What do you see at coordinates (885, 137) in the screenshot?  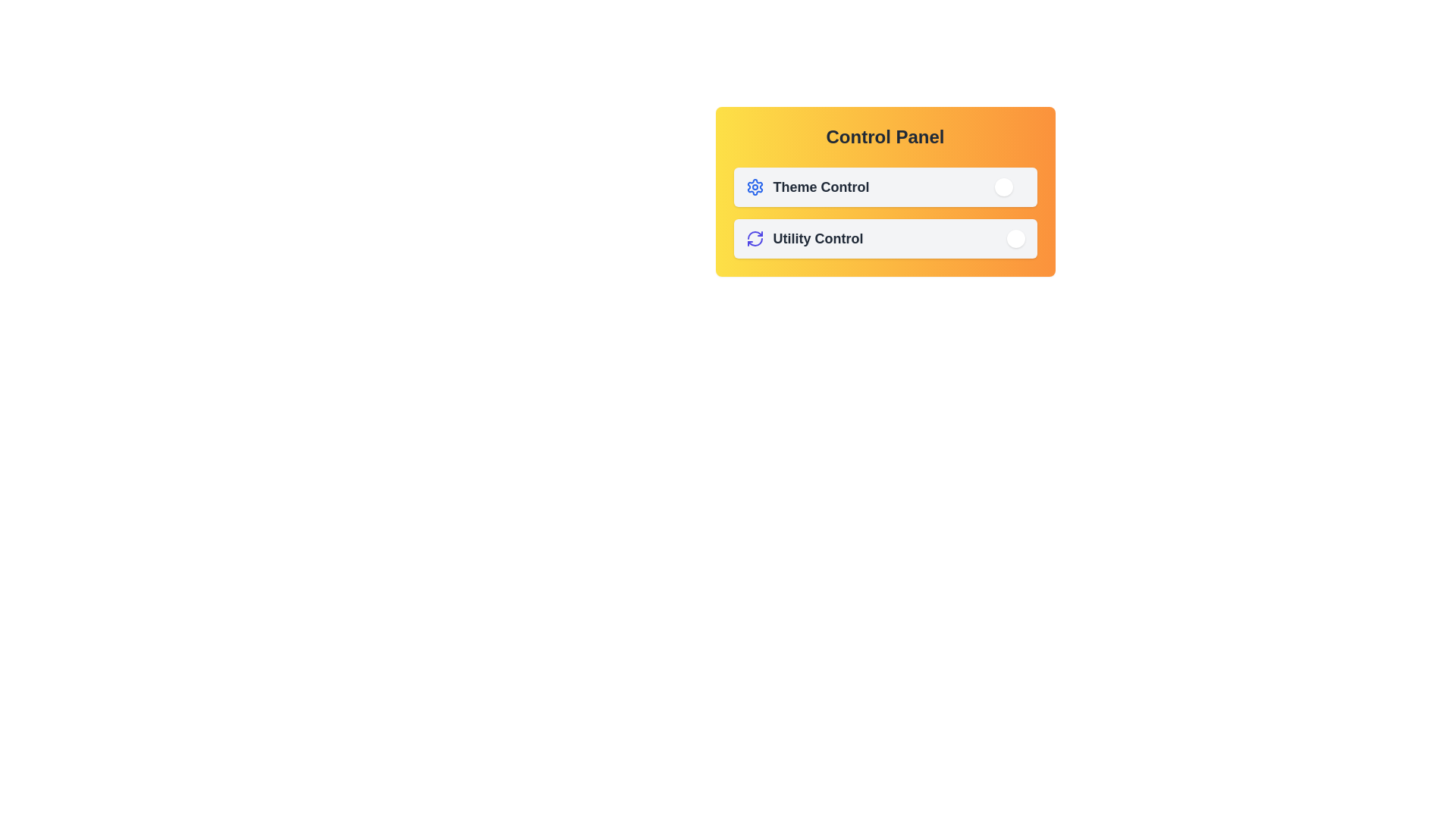 I see `the 'Control Panel' text label, which is a bold header at the top of the panel with a gradient orange-yellow background` at bounding box center [885, 137].